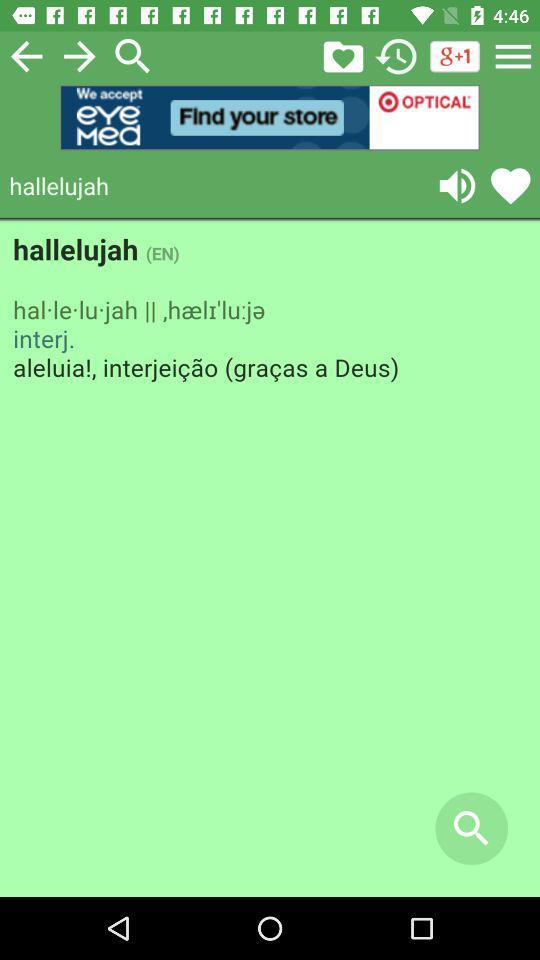  Describe the element at coordinates (25, 55) in the screenshot. I see `the arrow_backward icon` at that location.